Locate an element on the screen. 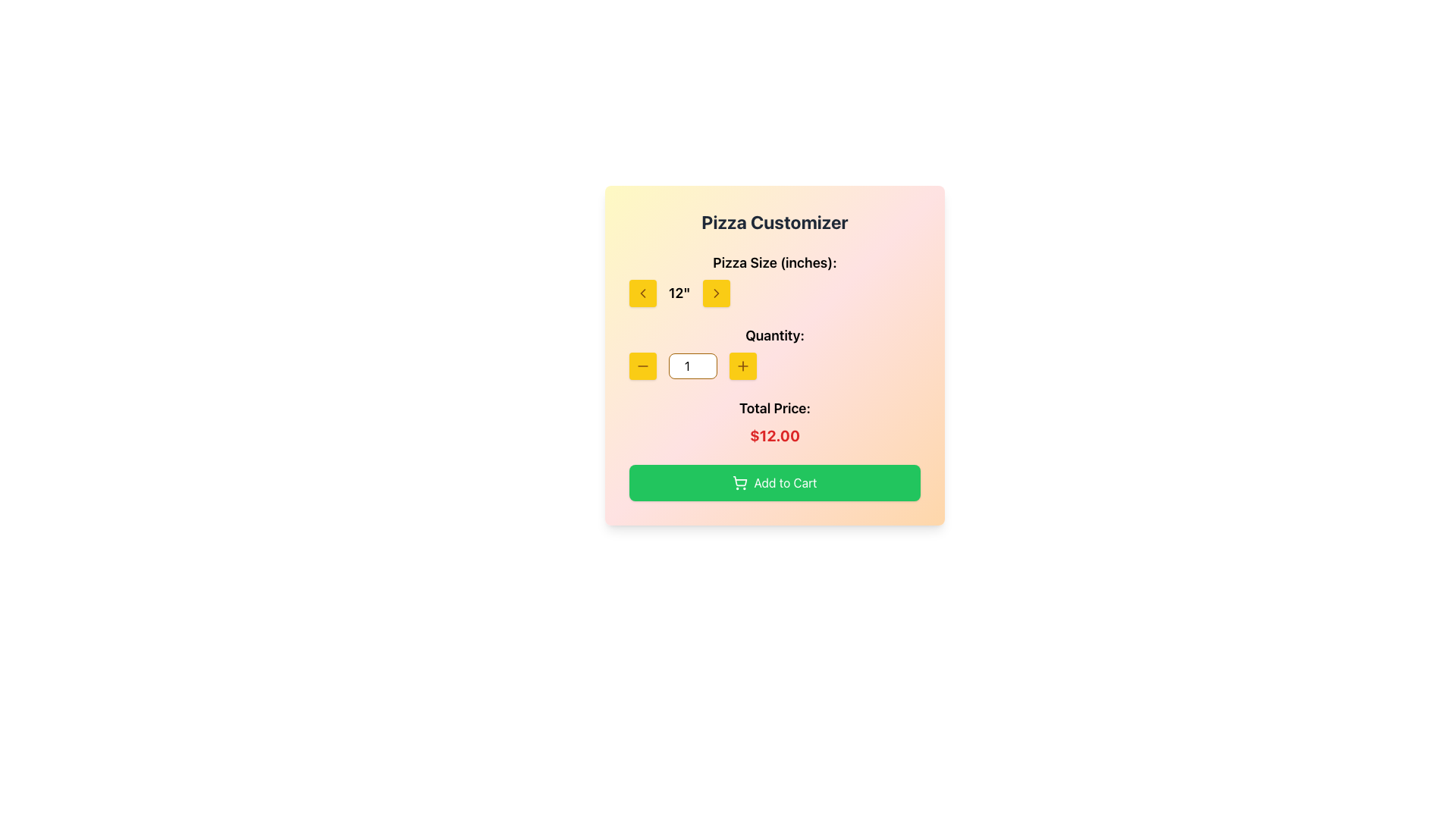 Image resolution: width=1456 pixels, height=819 pixels. the left and right arrow buttons next to the '12"' value in the 'Pizza Size (inches):' selector to change the pizza size is located at coordinates (775, 280).